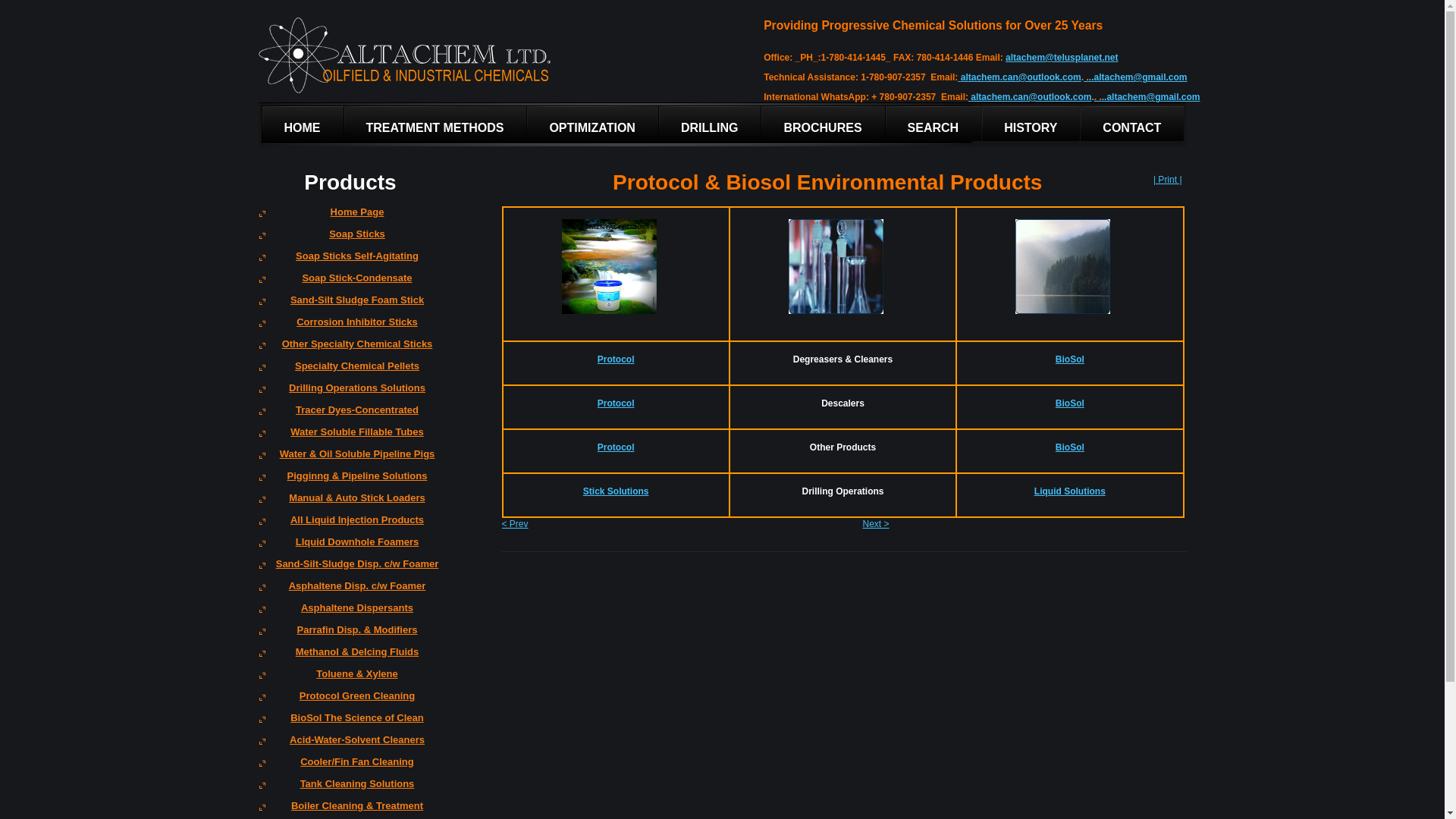  I want to click on 'SEARCH', so click(933, 124).